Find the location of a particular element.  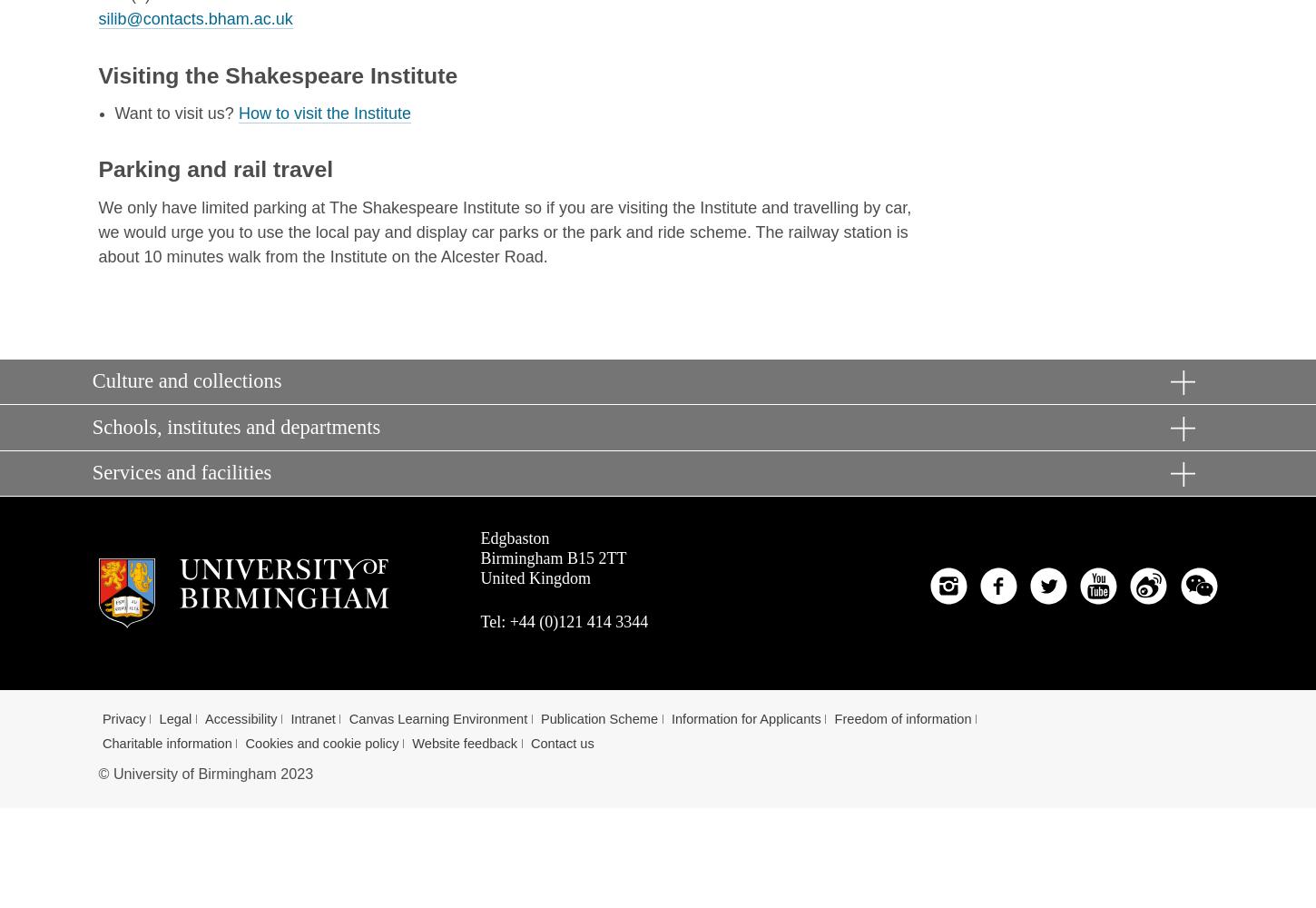

'Legal' is located at coordinates (158, 718).